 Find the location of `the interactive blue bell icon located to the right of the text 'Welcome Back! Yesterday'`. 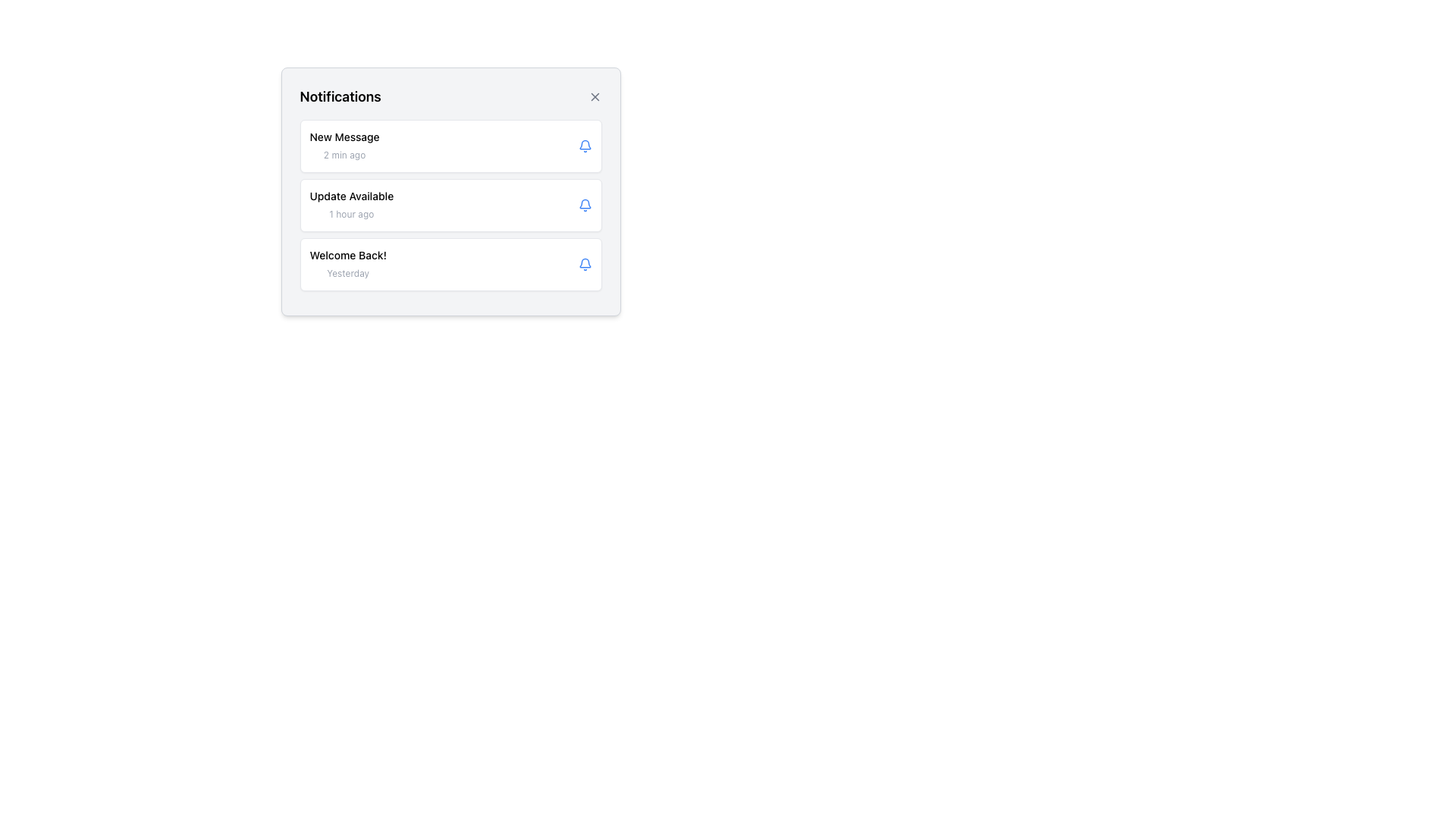

the interactive blue bell icon located to the right of the text 'Welcome Back! Yesterday' is located at coordinates (584, 263).